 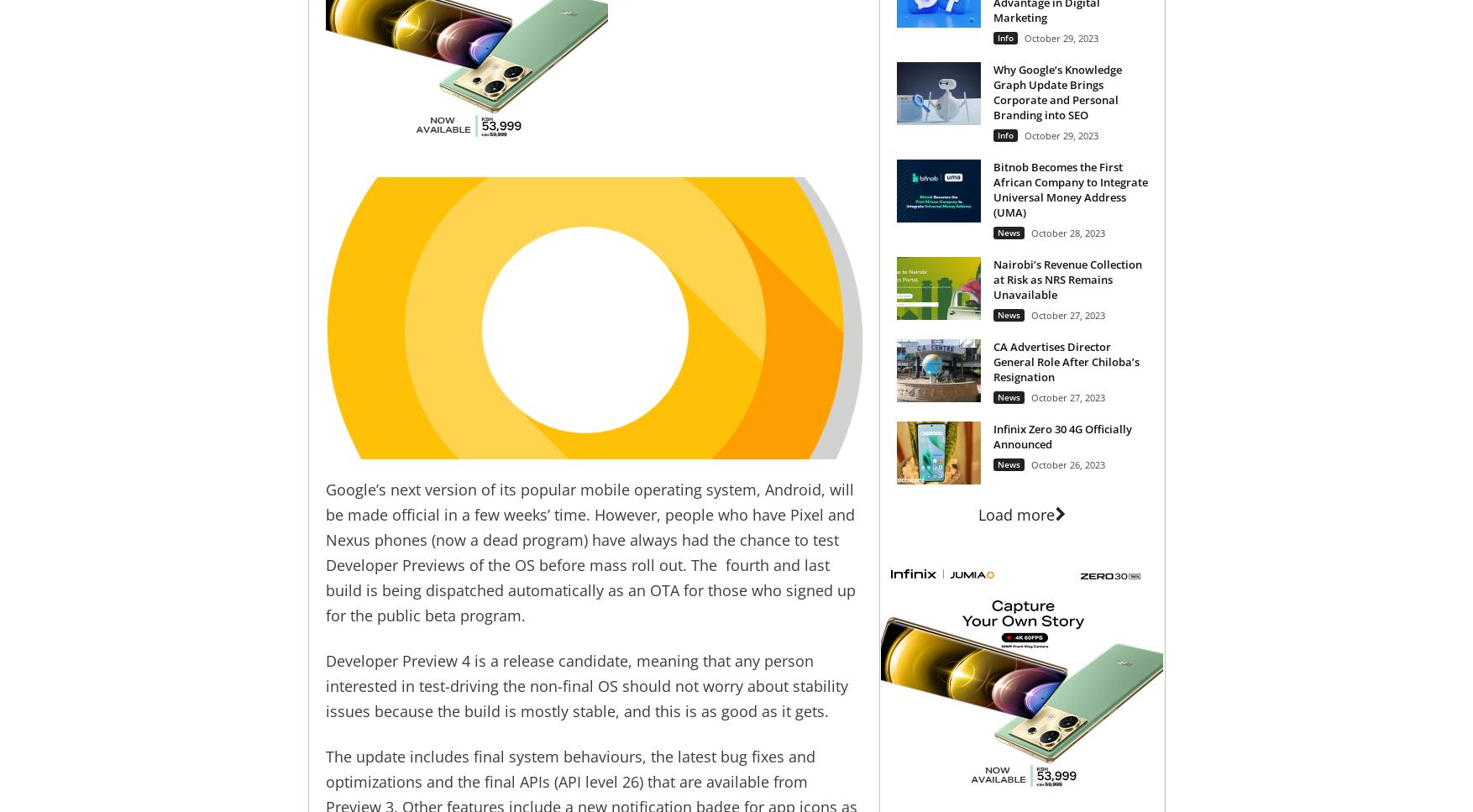 I want to click on 'Developer Preview 4 is a release candidate, meaning that any person interested in test-driving the non-final OS should not worry about stability issues because the build is mostly stable, and this is as good as it gets.', so click(x=324, y=685).